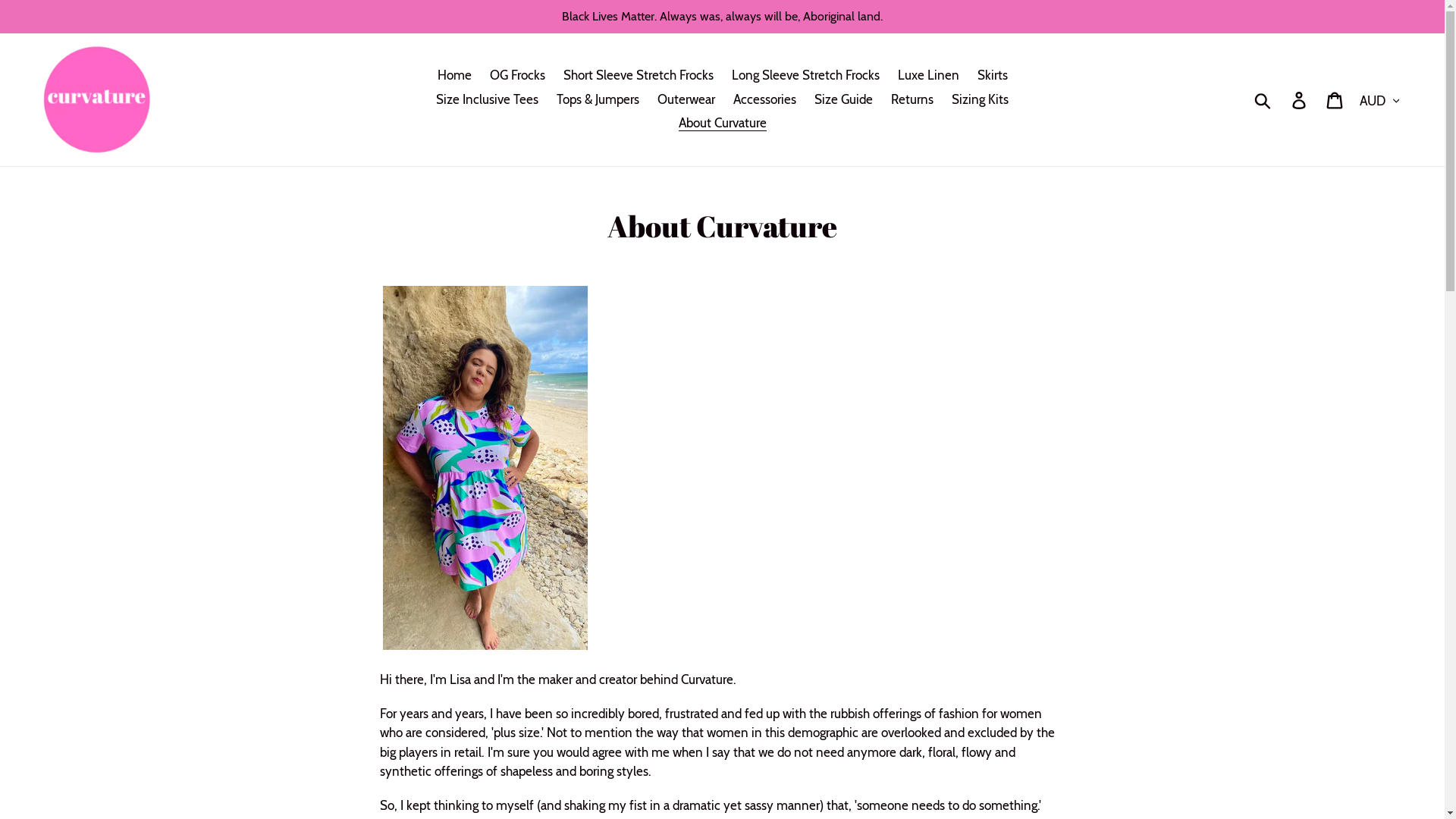  What do you see at coordinates (517, 76) in the screenshot?
I see `'OG Frocks'` at bounding box center [517, 76].